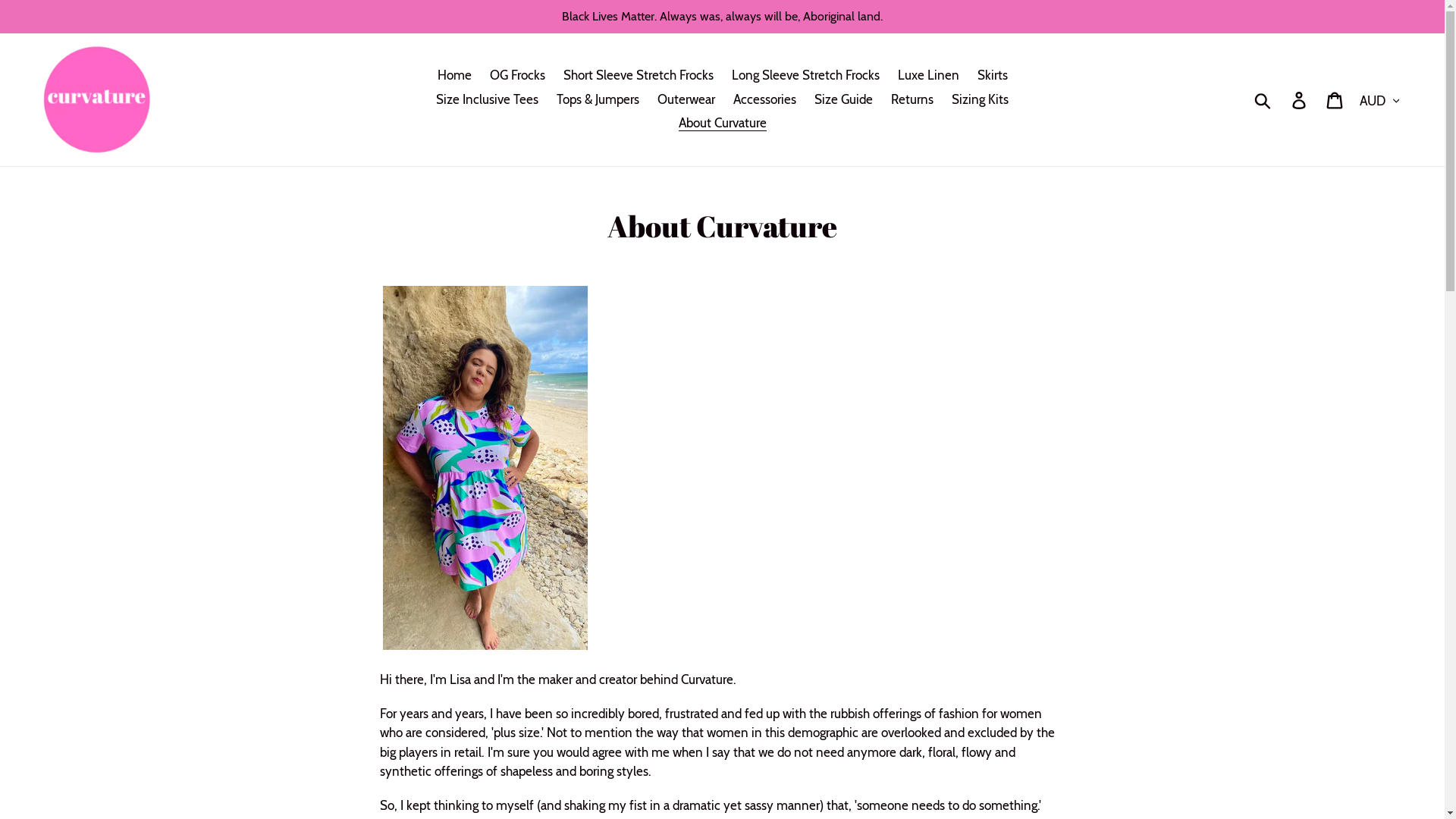  What do you see at coordinates (517, 76) in the screenshot?
I see `'OG Frocks'` at bounding box center [517, 76].